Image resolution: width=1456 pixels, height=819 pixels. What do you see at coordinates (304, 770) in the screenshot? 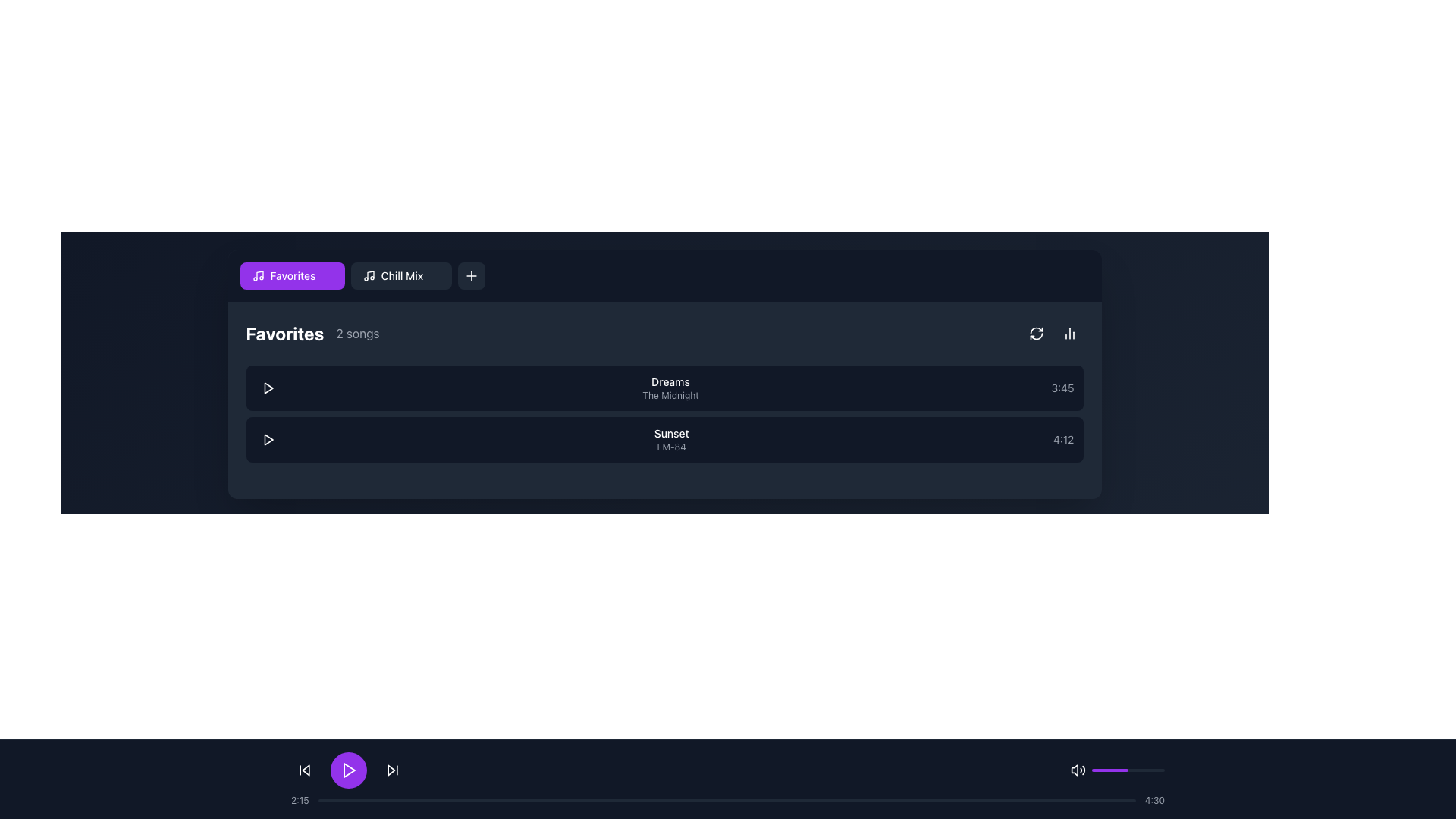
I see `the circular button with a dark background and a white backward skip icon located on the leftmost side of the playback control section to skip backward to the previous track or restart the current track` at bounding box center [304, 770].